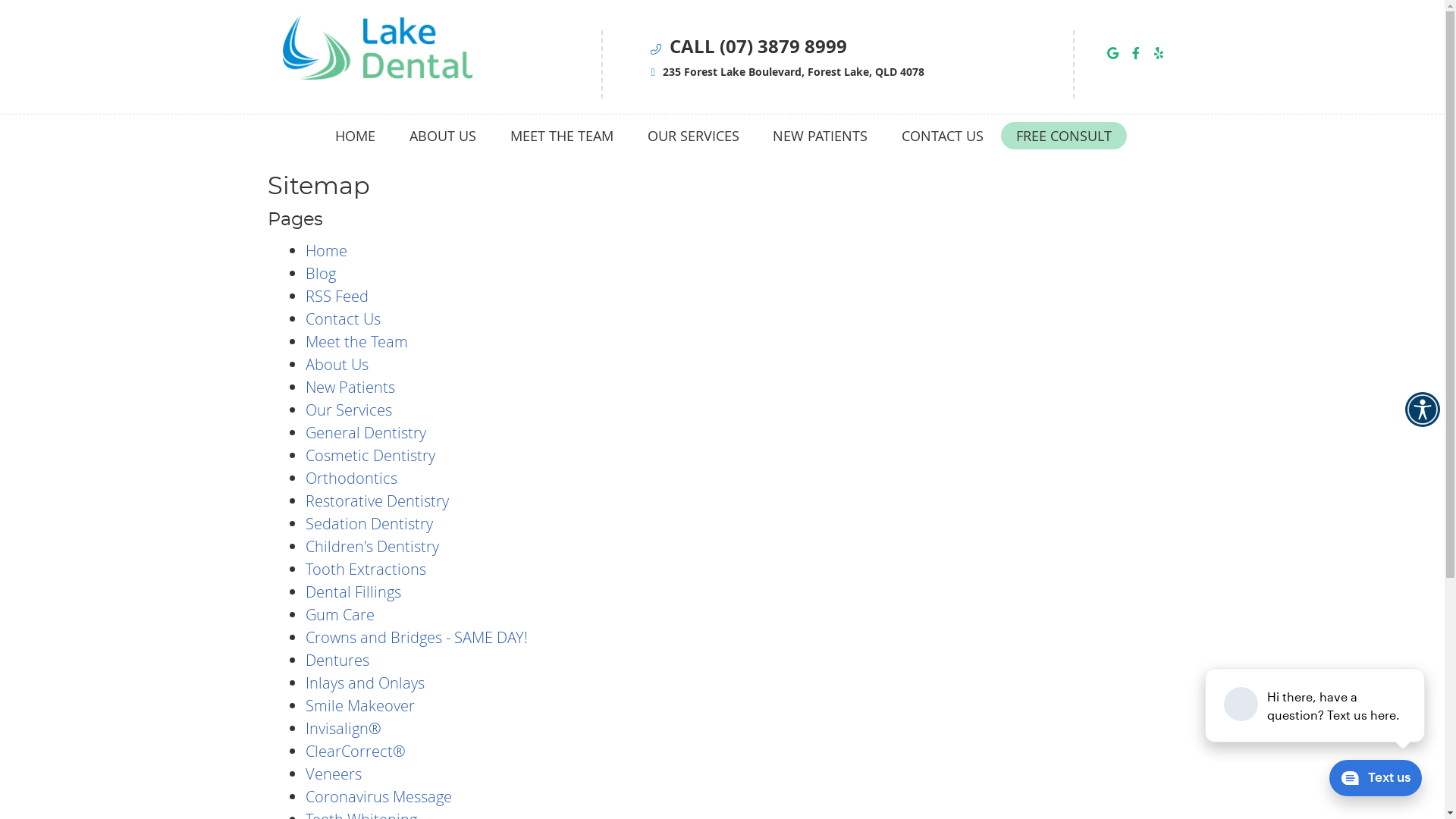 The width and height of the screenshot is (1456, 819). Describe the element at coordinates (335, 364) in the screenshot. I see `'About Us'` at that location.